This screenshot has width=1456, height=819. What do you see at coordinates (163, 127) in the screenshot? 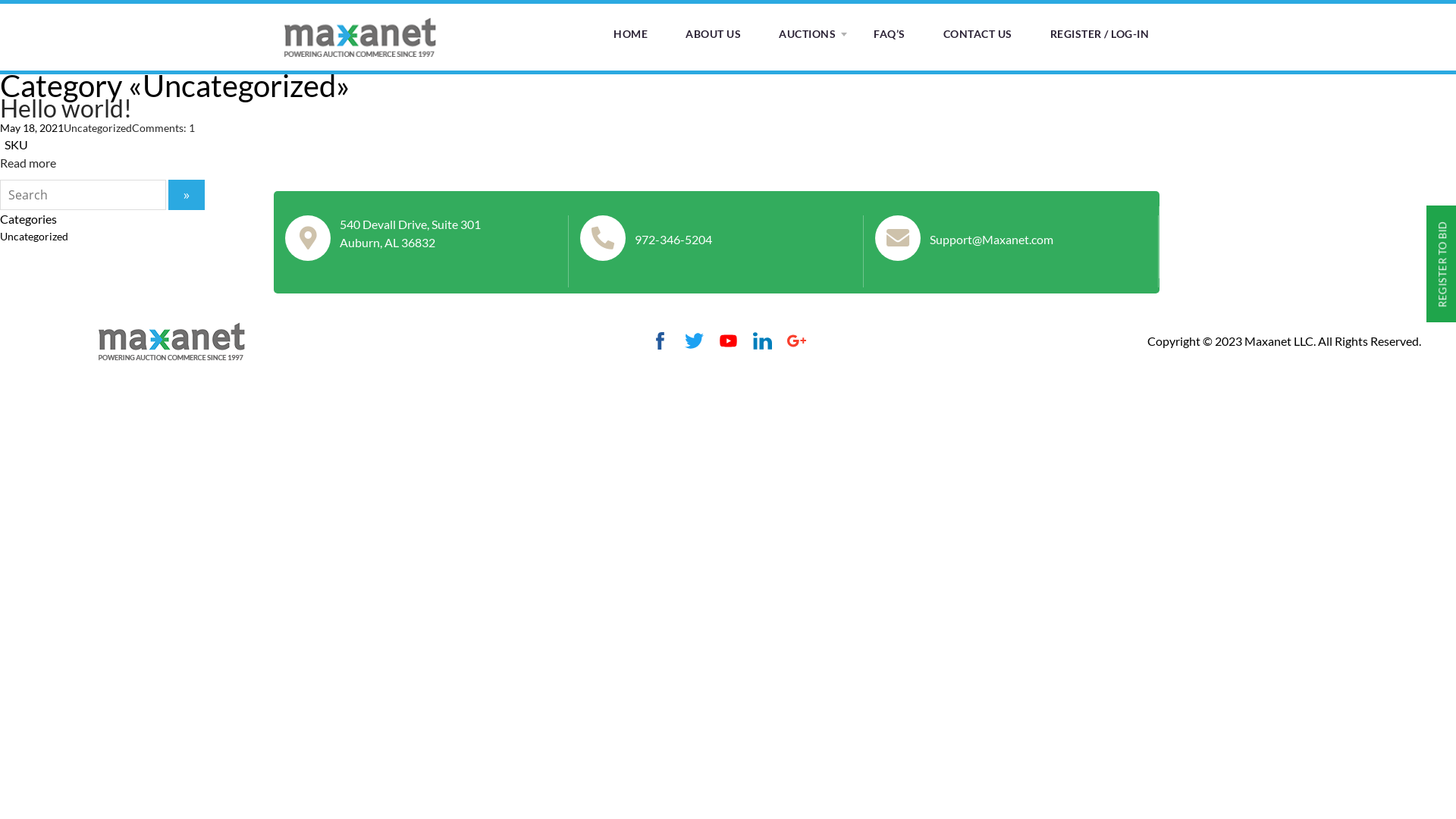
I see `'Comments: 1'` at bounding box center [163, 127].